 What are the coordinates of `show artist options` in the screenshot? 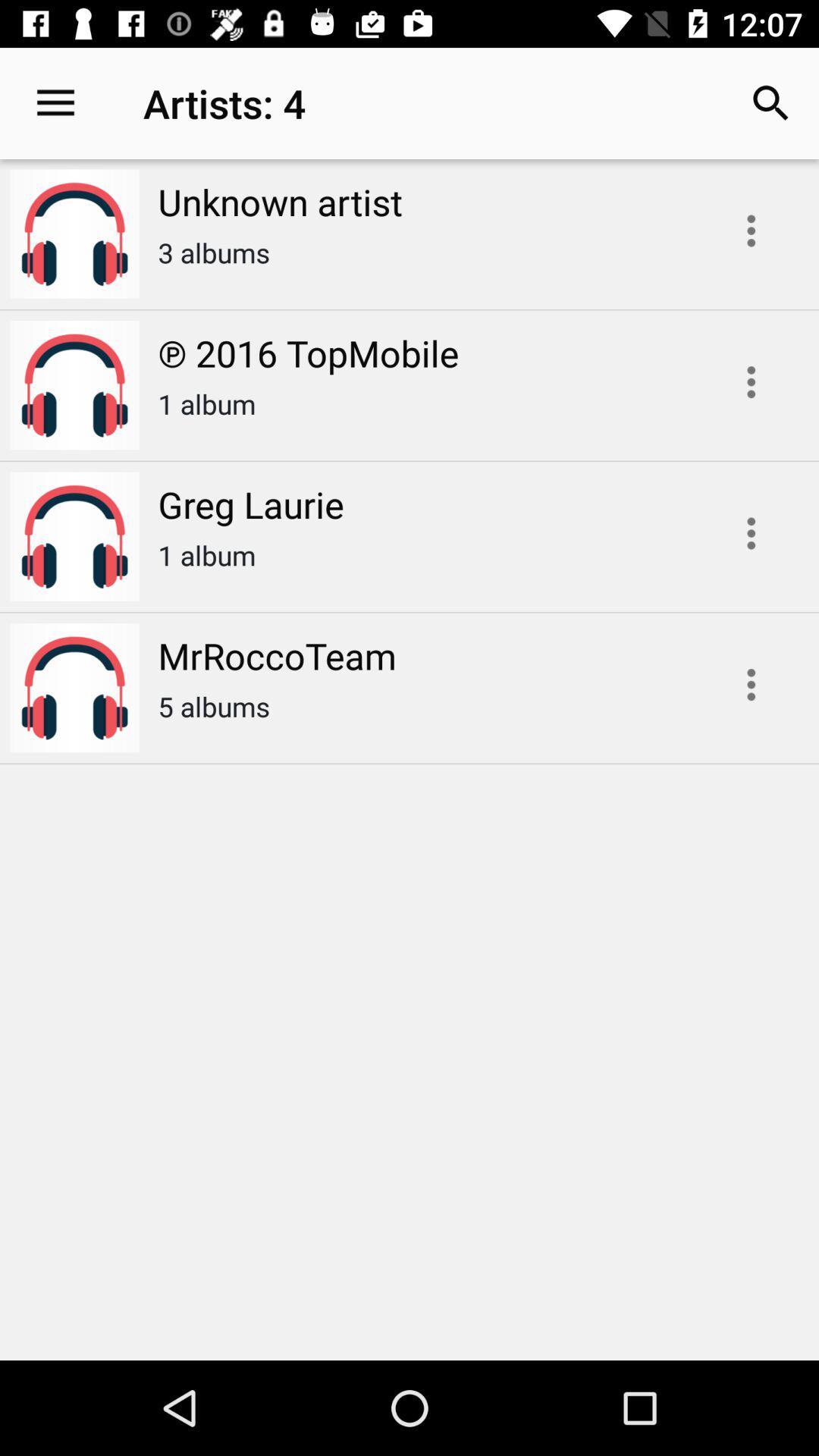 It's located at (751, 230).